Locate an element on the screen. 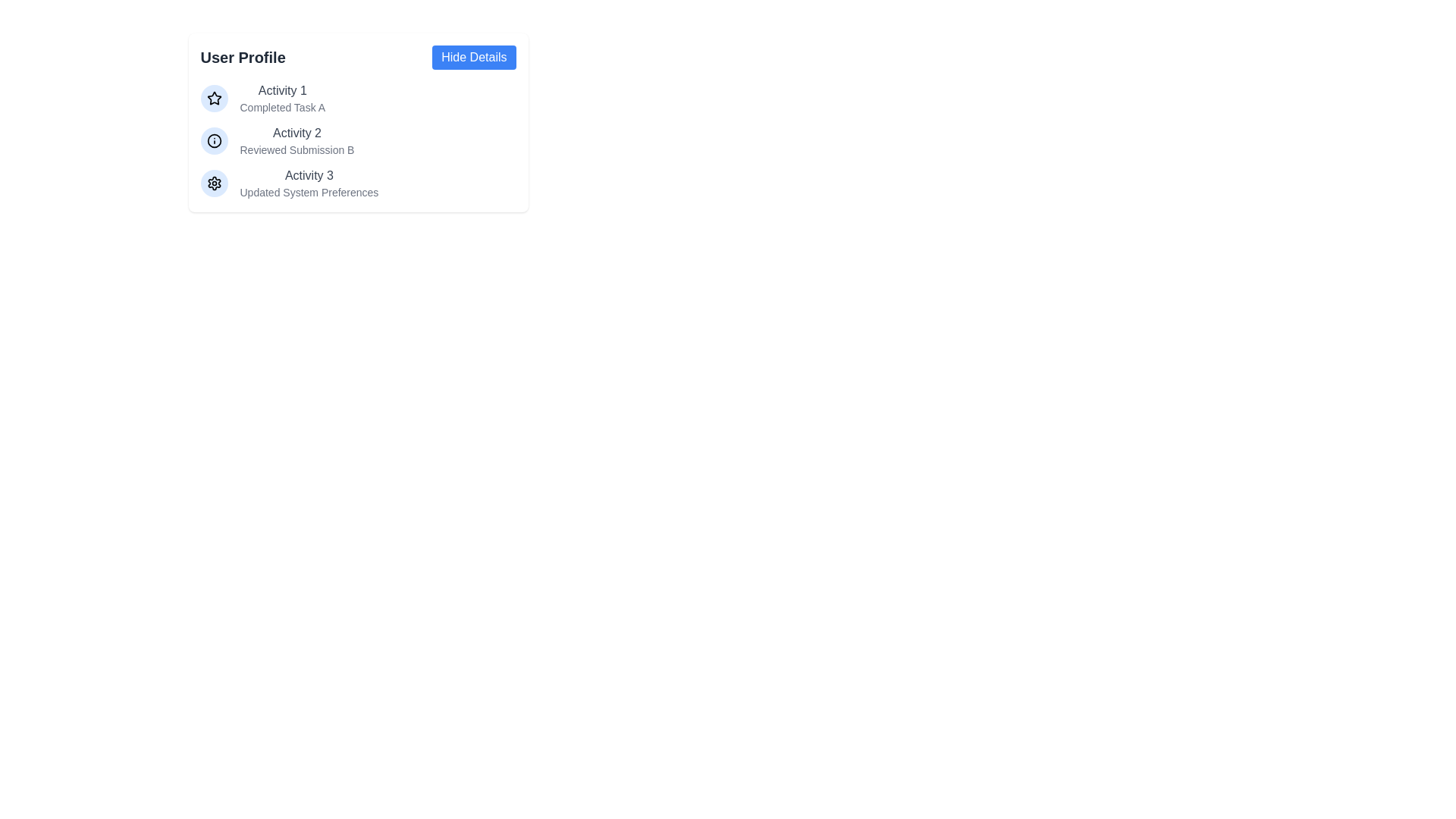 The width and height of the screenshot is (1456, 819). the 'Activity 3' SVG graphical icon located to the left of the 'Activity 3' text in the 'User Profile' card is located at coordinates (213, 183).